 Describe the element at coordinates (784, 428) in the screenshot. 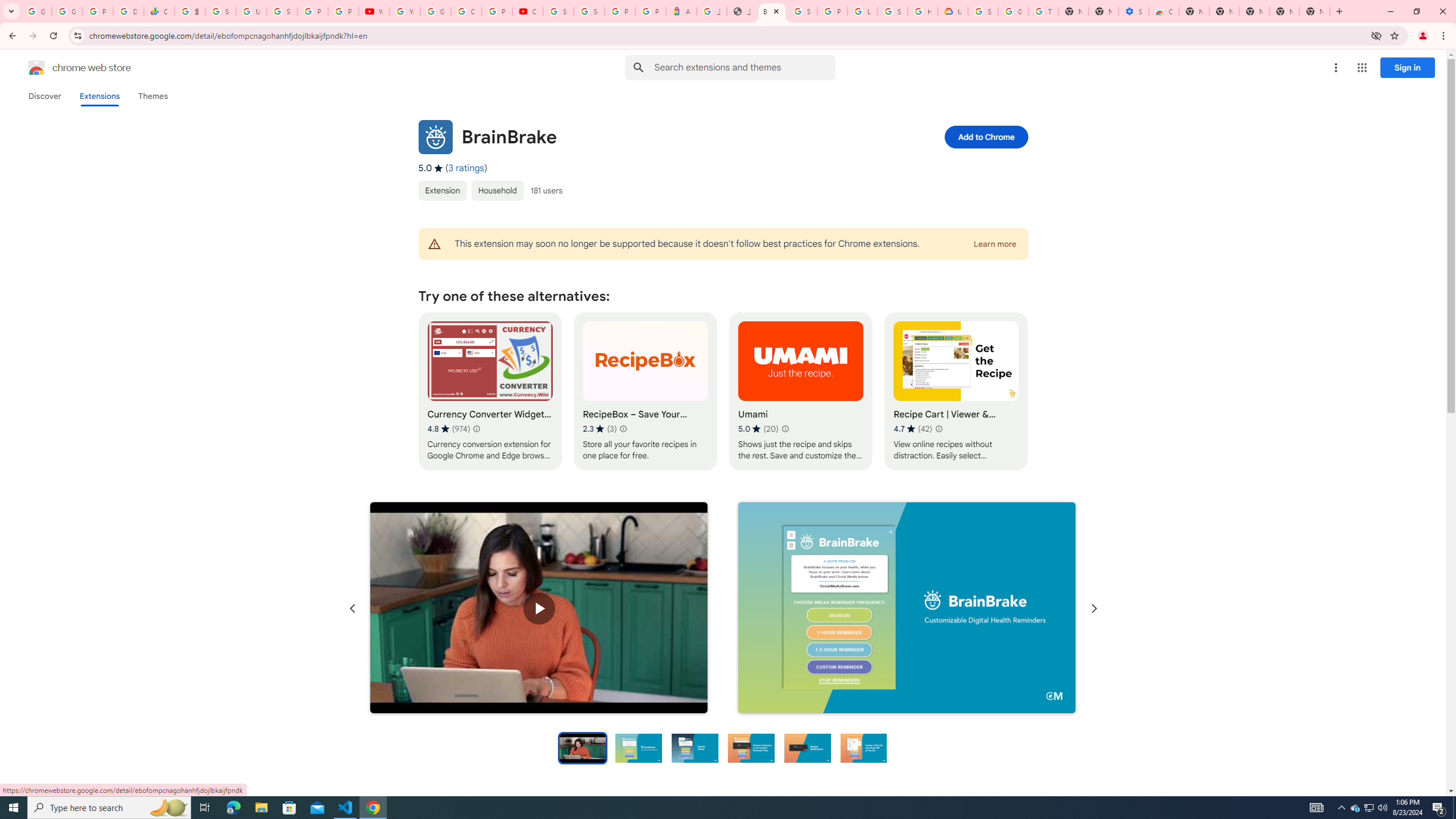

I see `'Learn more about results and reviews "Umami"'` at that location.